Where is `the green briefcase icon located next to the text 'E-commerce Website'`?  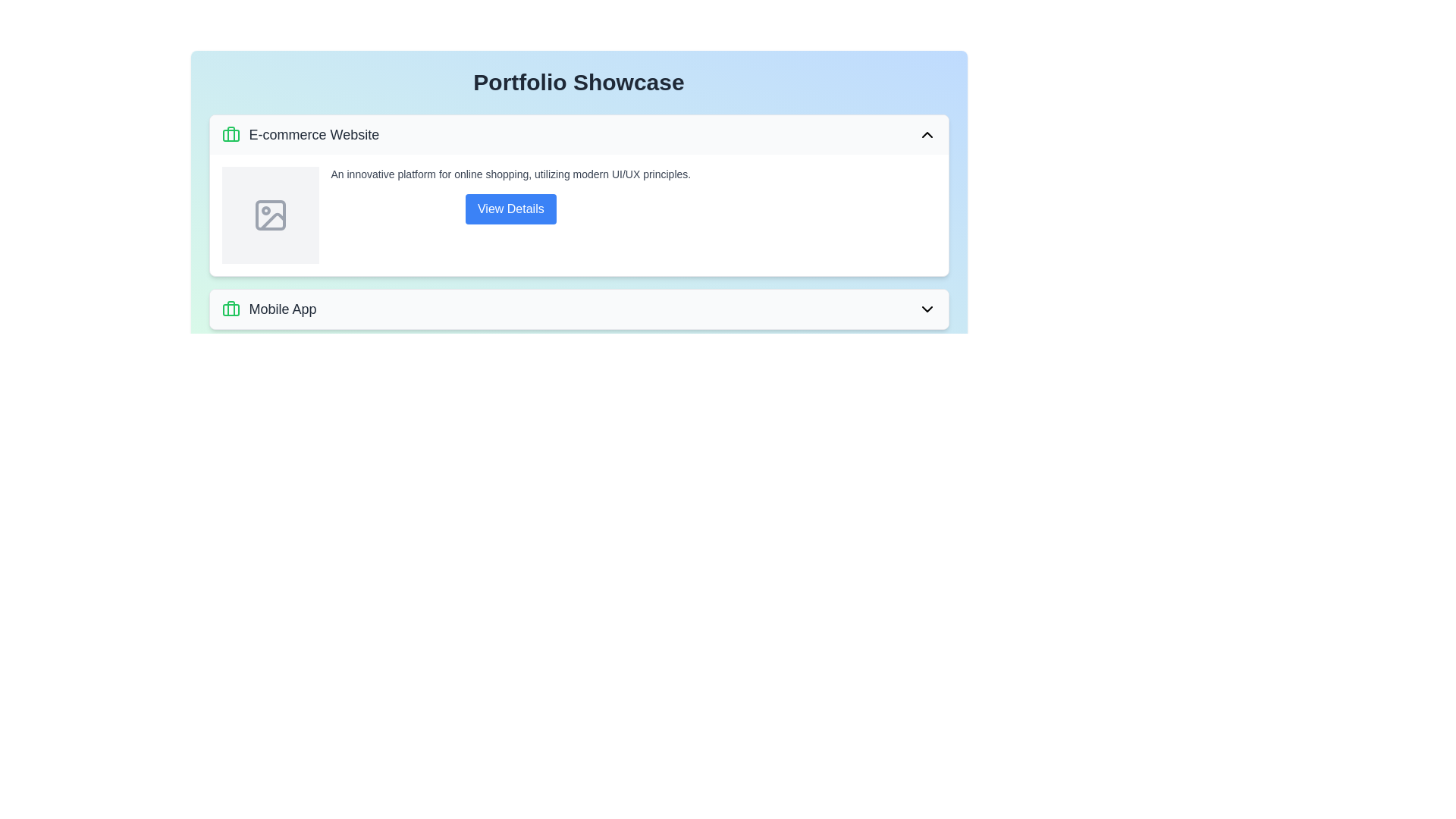
the green briefcase icon located next to the text 'E-commerce Website' is located at coordinates (230, 133).